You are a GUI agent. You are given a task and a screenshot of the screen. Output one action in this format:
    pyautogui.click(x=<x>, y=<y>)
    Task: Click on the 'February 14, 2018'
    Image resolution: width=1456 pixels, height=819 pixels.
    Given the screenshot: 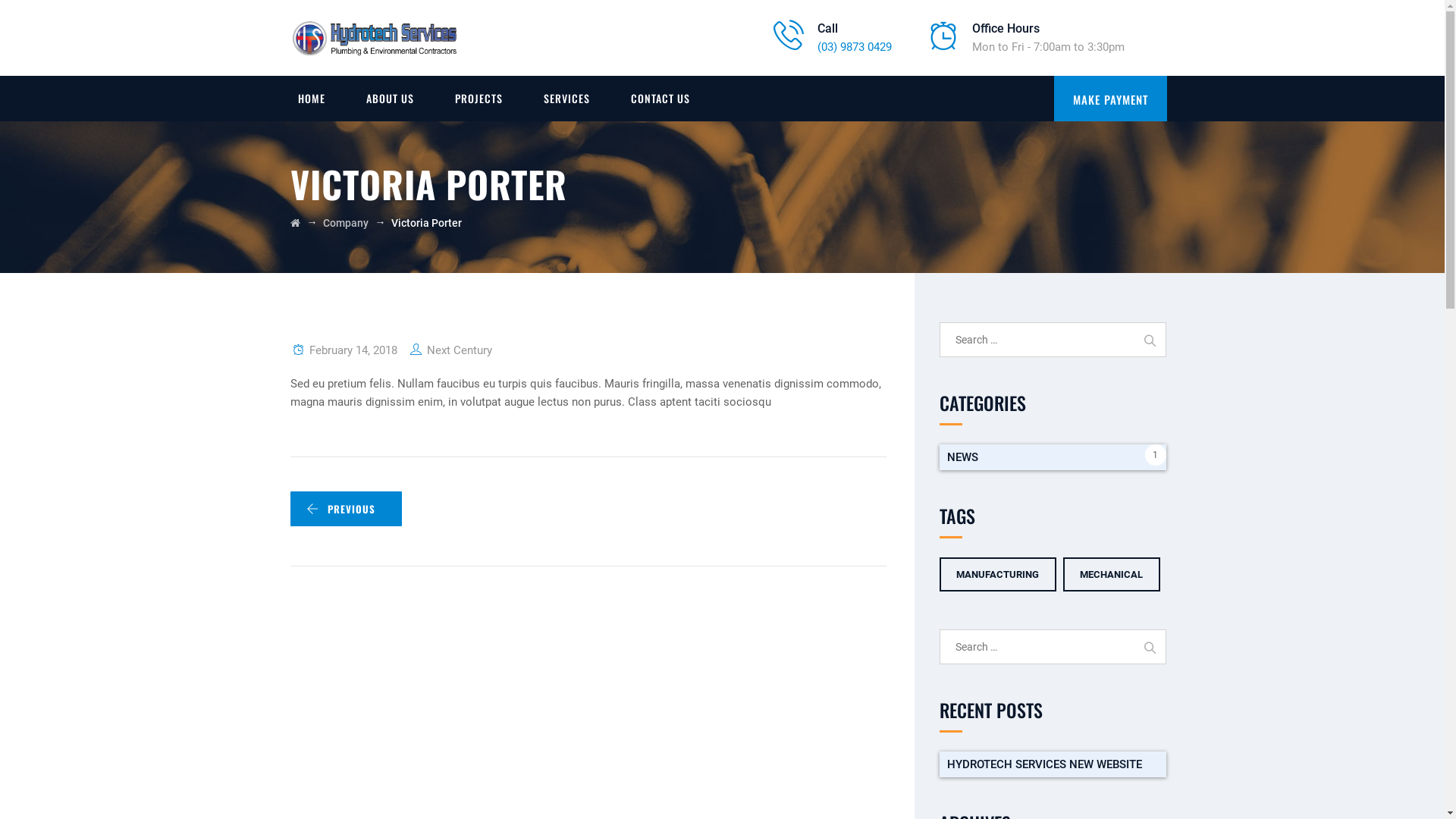 What is the action you would take?
    pyautogui.click(x=354, y=350)
    